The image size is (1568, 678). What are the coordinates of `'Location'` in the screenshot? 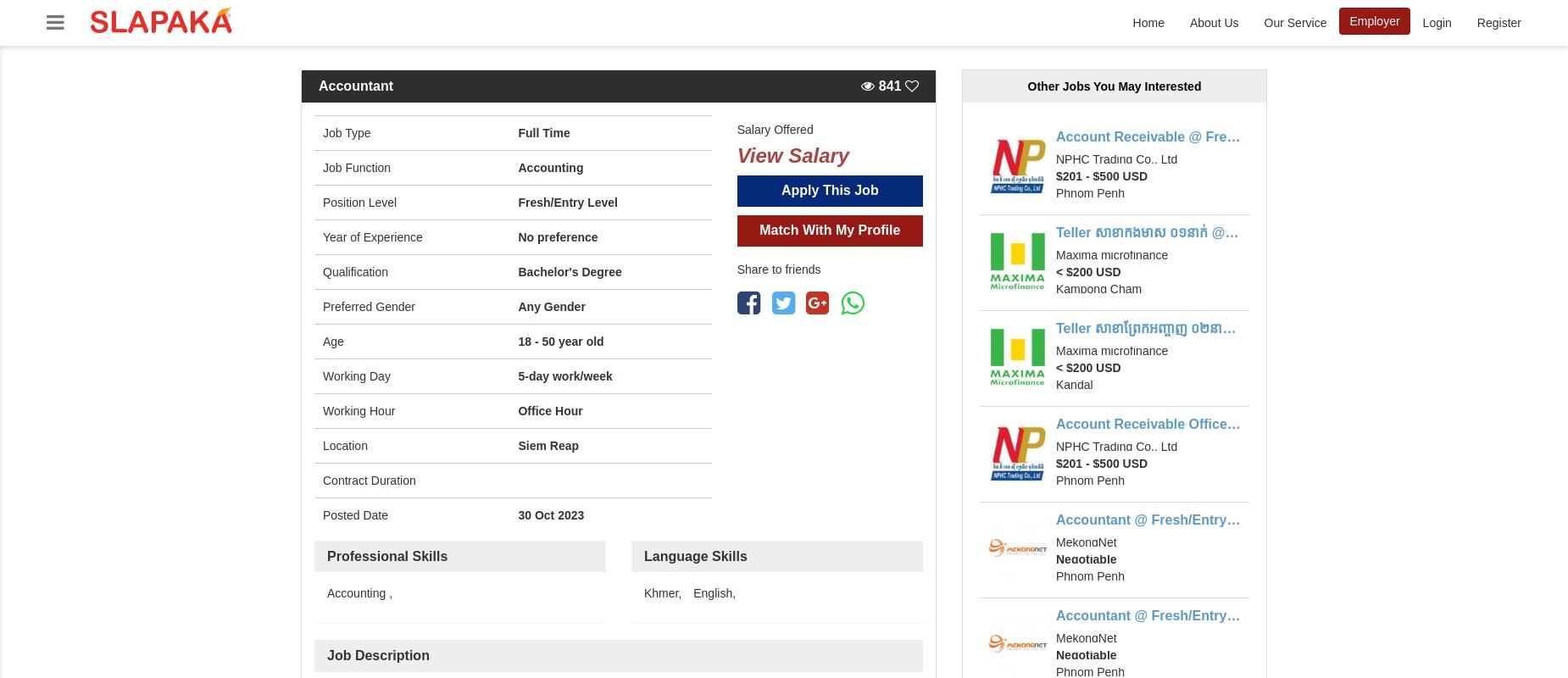 It's located at (321, 443).